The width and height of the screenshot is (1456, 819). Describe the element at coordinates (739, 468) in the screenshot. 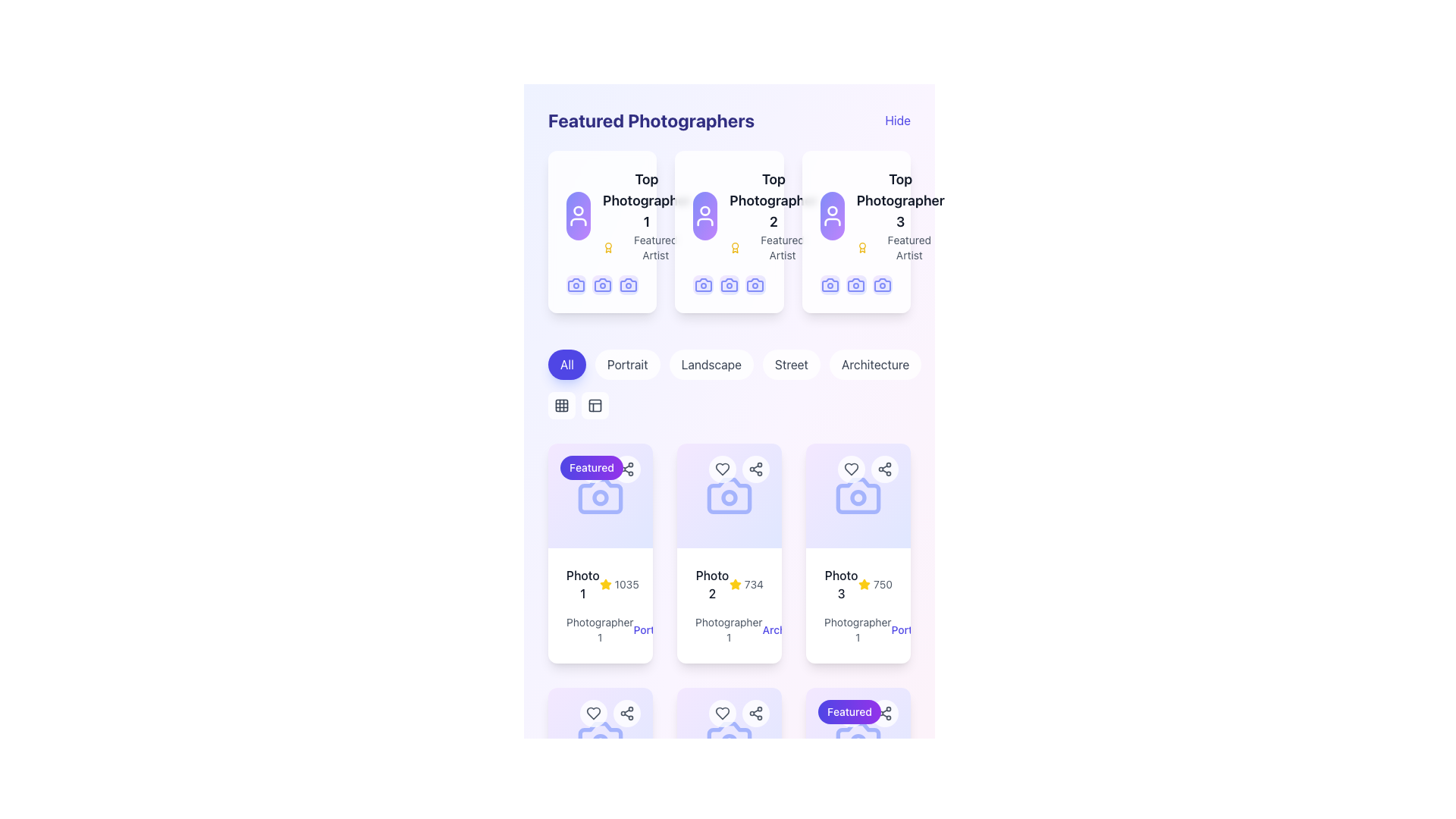

I see `the grouped control component containing two buttons/icons resembling a heart and a share symbol located at the top-right corner of the second card in the second row of a grid layout` at that location.